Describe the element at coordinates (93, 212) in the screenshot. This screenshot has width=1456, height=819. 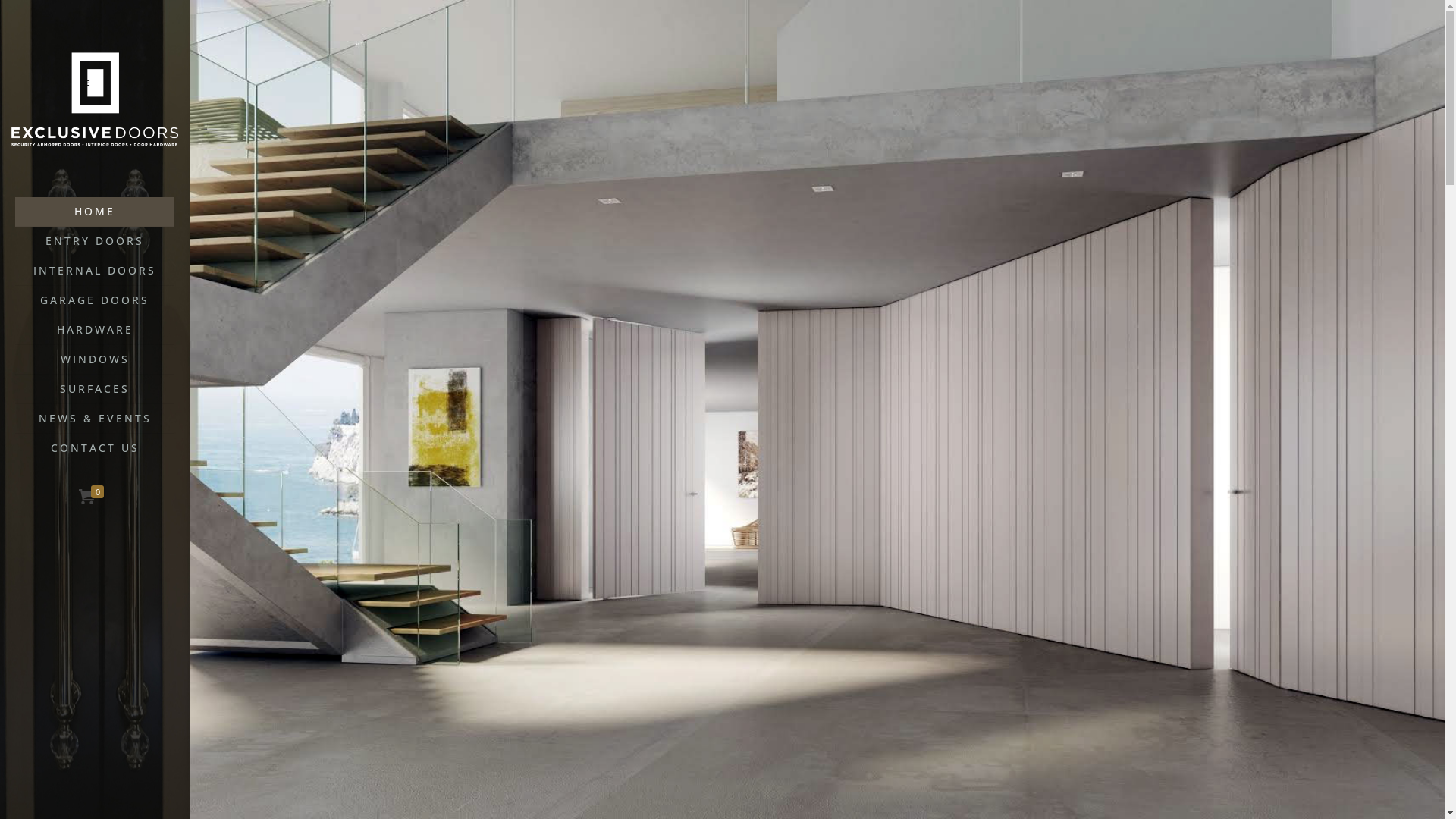
I see `'HOME'` at that location.